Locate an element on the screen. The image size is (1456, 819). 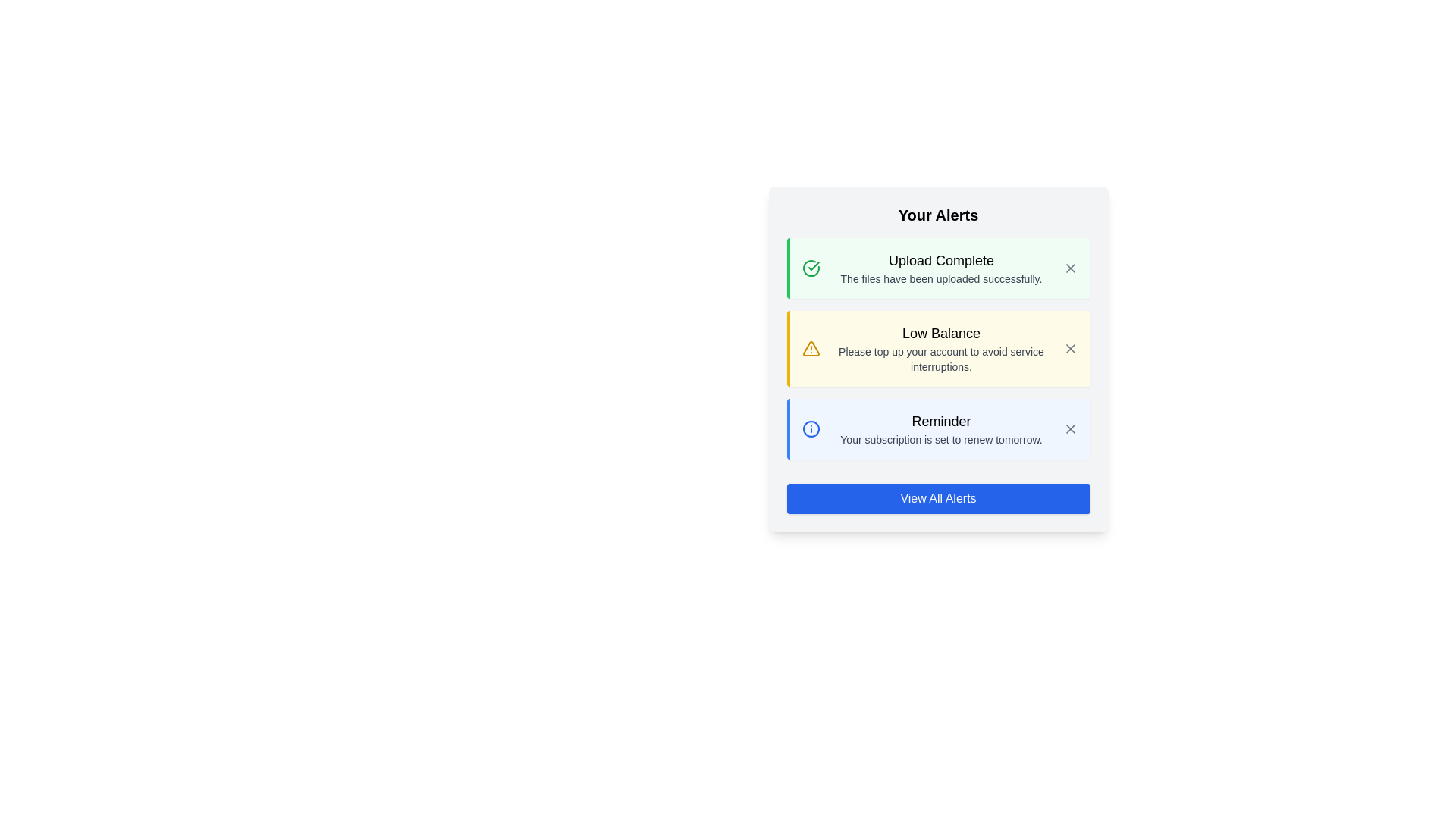
the Close icon, which is a diagonal cross mark styled with rounded line caps and joins, located within the 'Low Balance' notification card on the right-hand side of the notifications list is located at coordinates (1069, 348).